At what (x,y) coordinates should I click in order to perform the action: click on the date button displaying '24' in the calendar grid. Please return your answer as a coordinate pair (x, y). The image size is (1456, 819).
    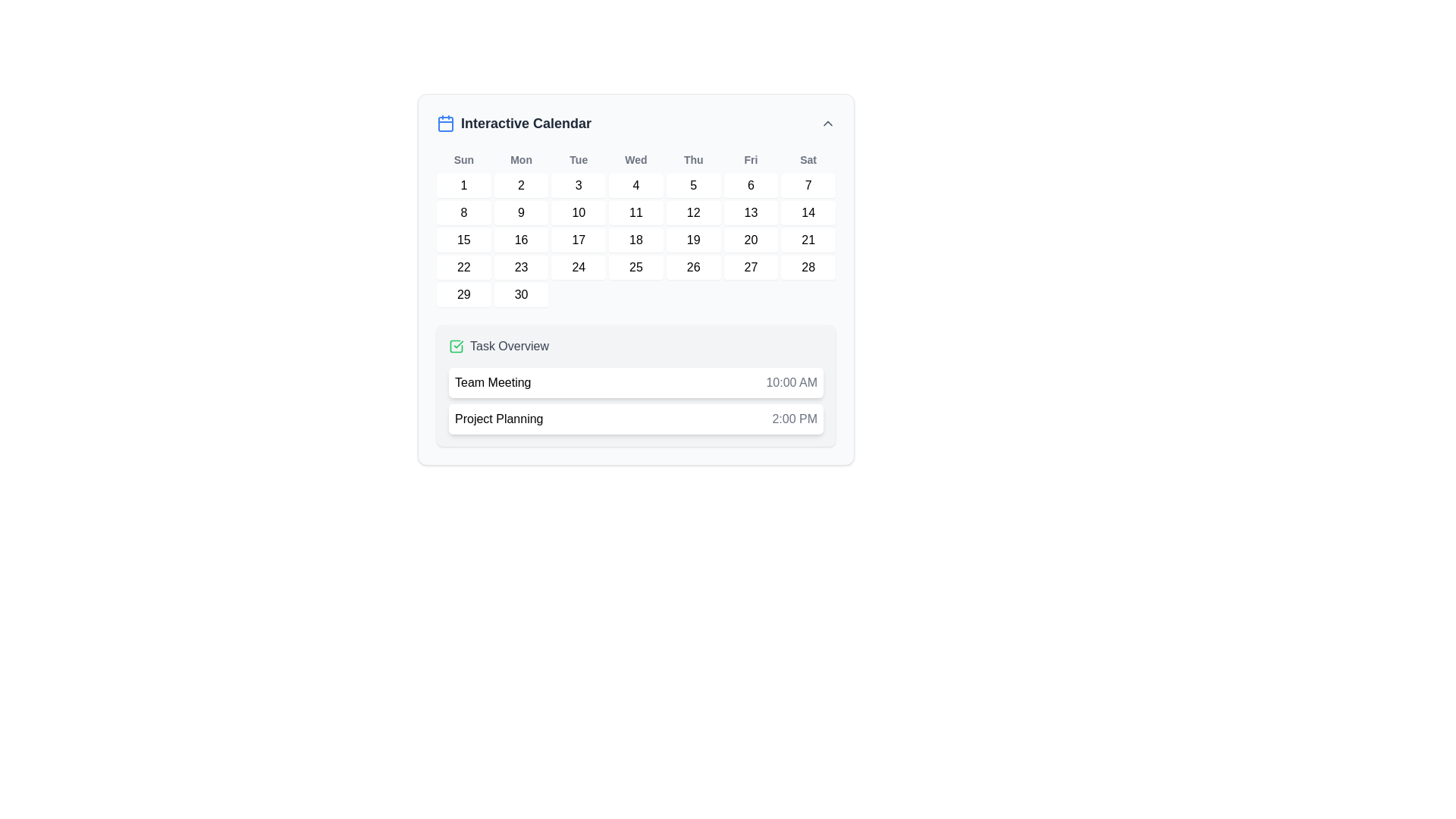
    Looking at the image, I should click on (578, 267).